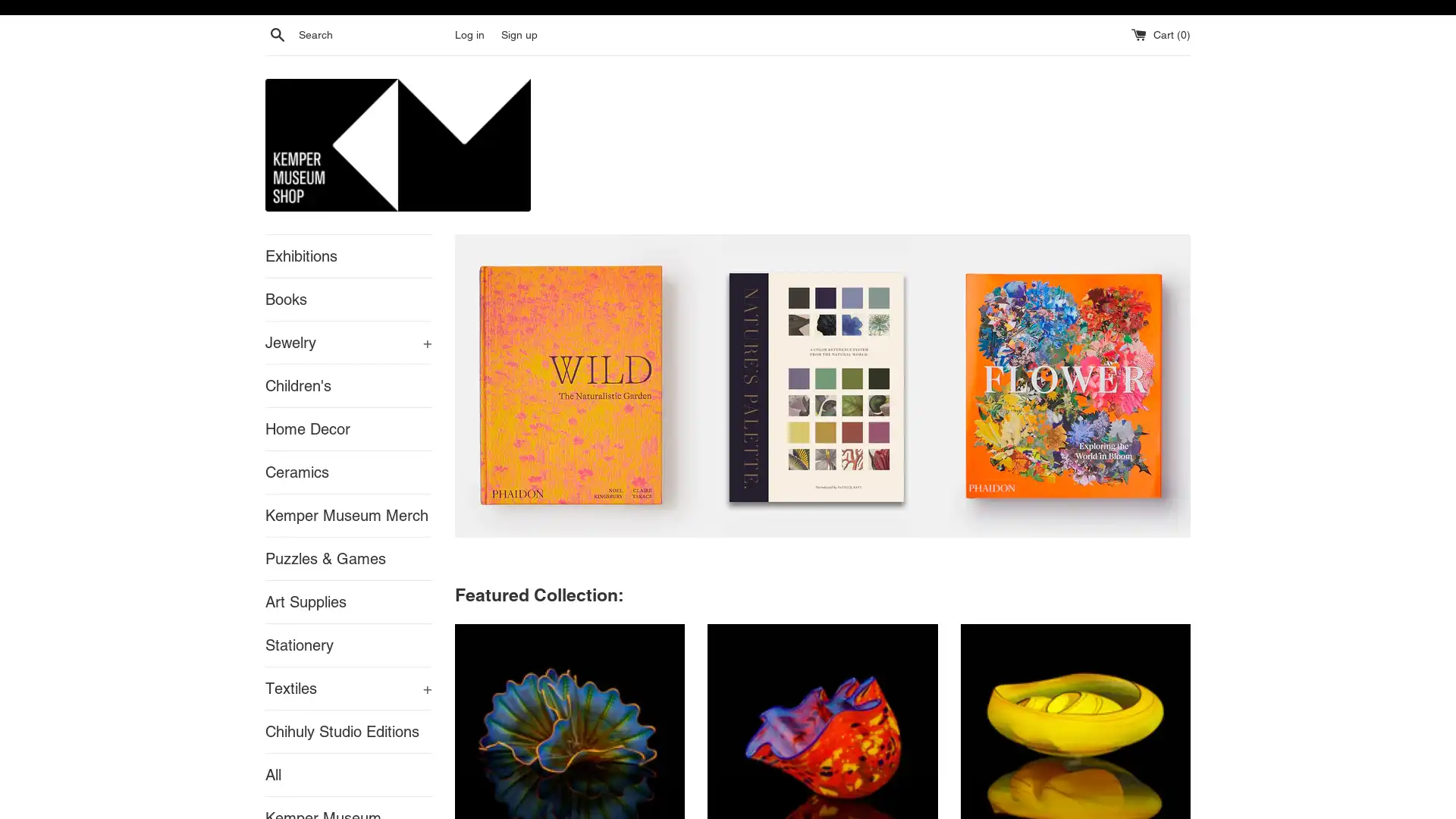  I want to click on Jewelry, so click(348, 342).